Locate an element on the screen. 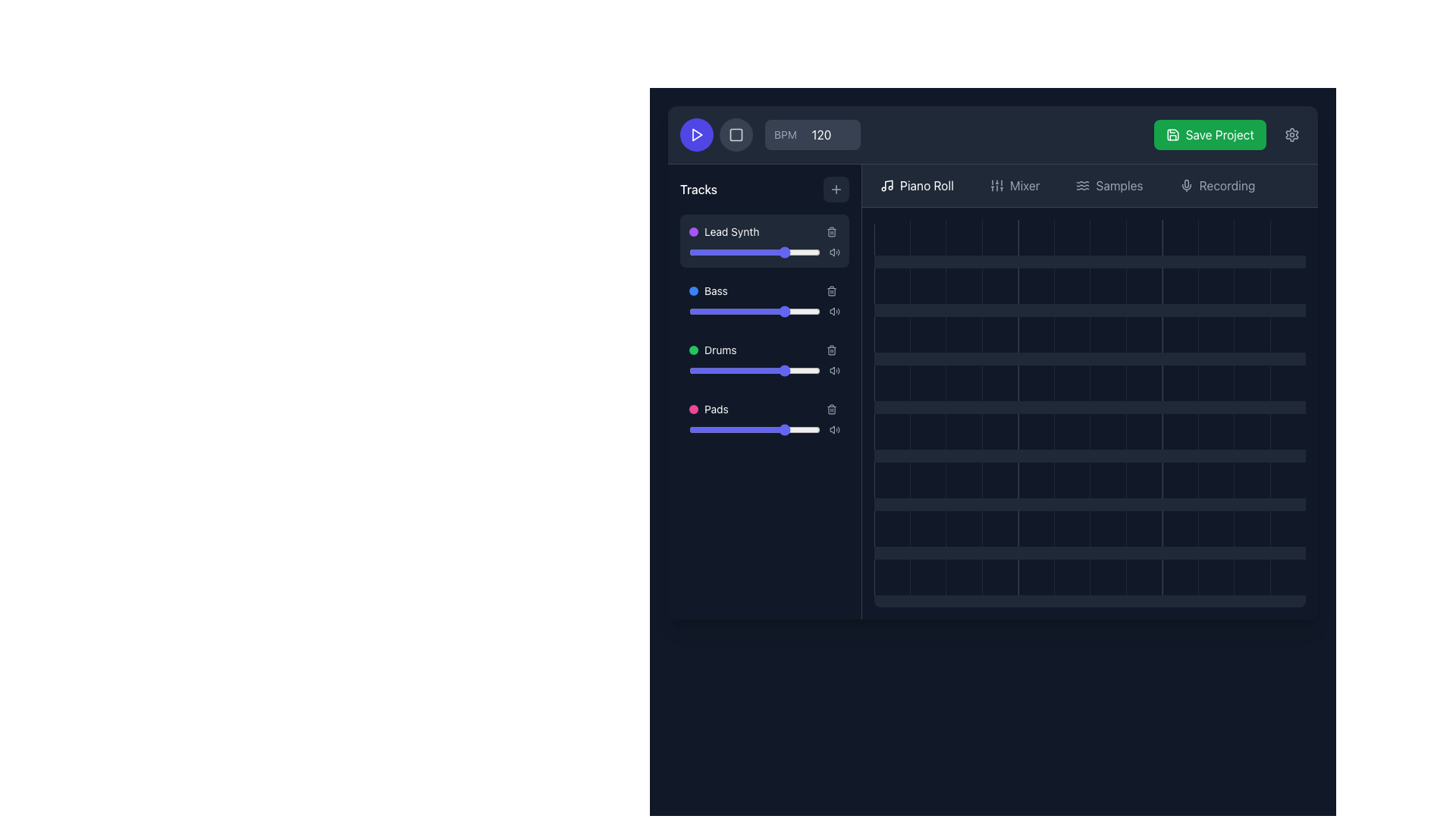  the delete icon button located in the bottom-right corner of the 'Pads' entry in the 'Tracks' section is located at coordinates (831, 409).